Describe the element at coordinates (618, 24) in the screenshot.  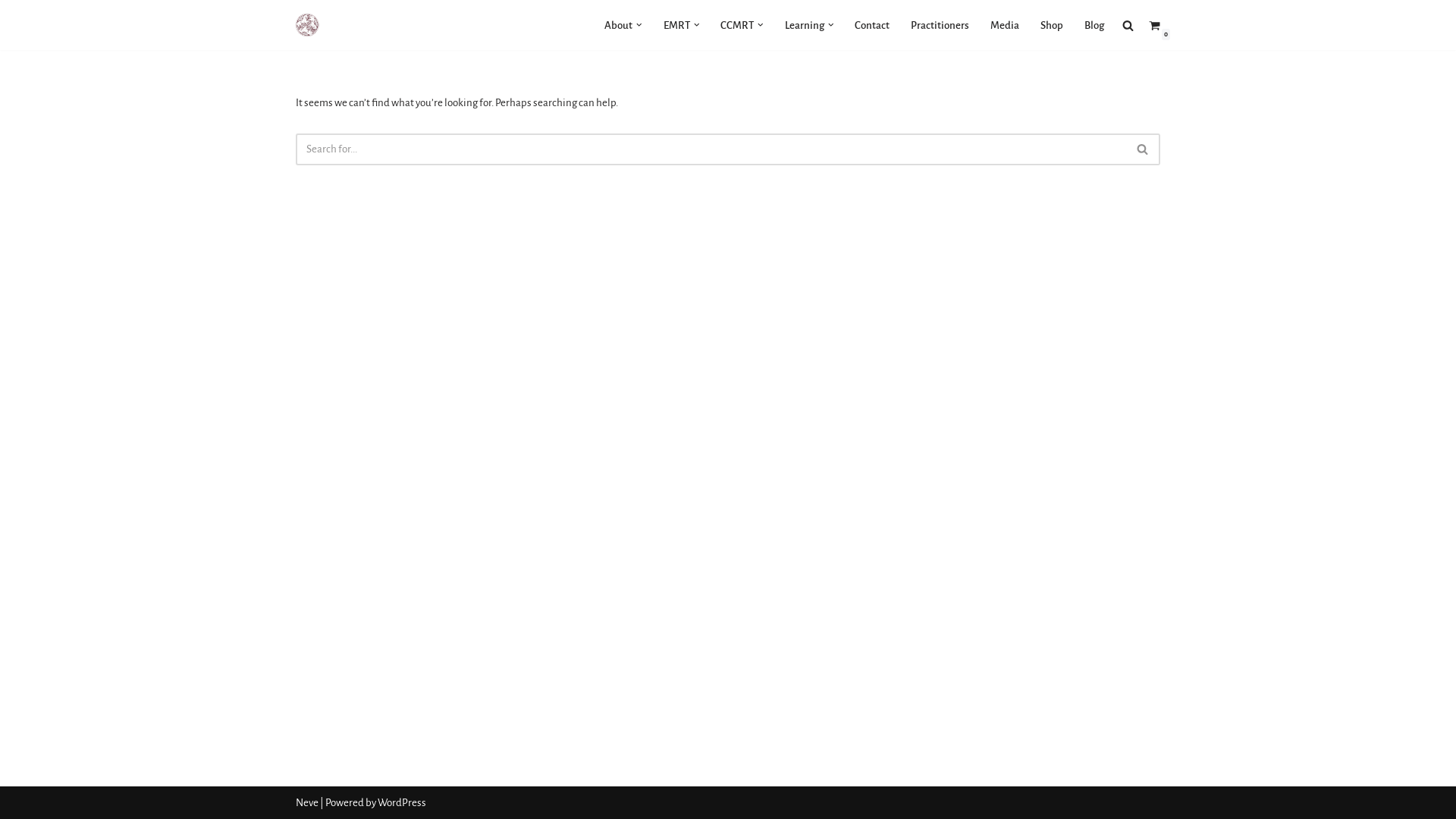
I see `'About'` at that location.